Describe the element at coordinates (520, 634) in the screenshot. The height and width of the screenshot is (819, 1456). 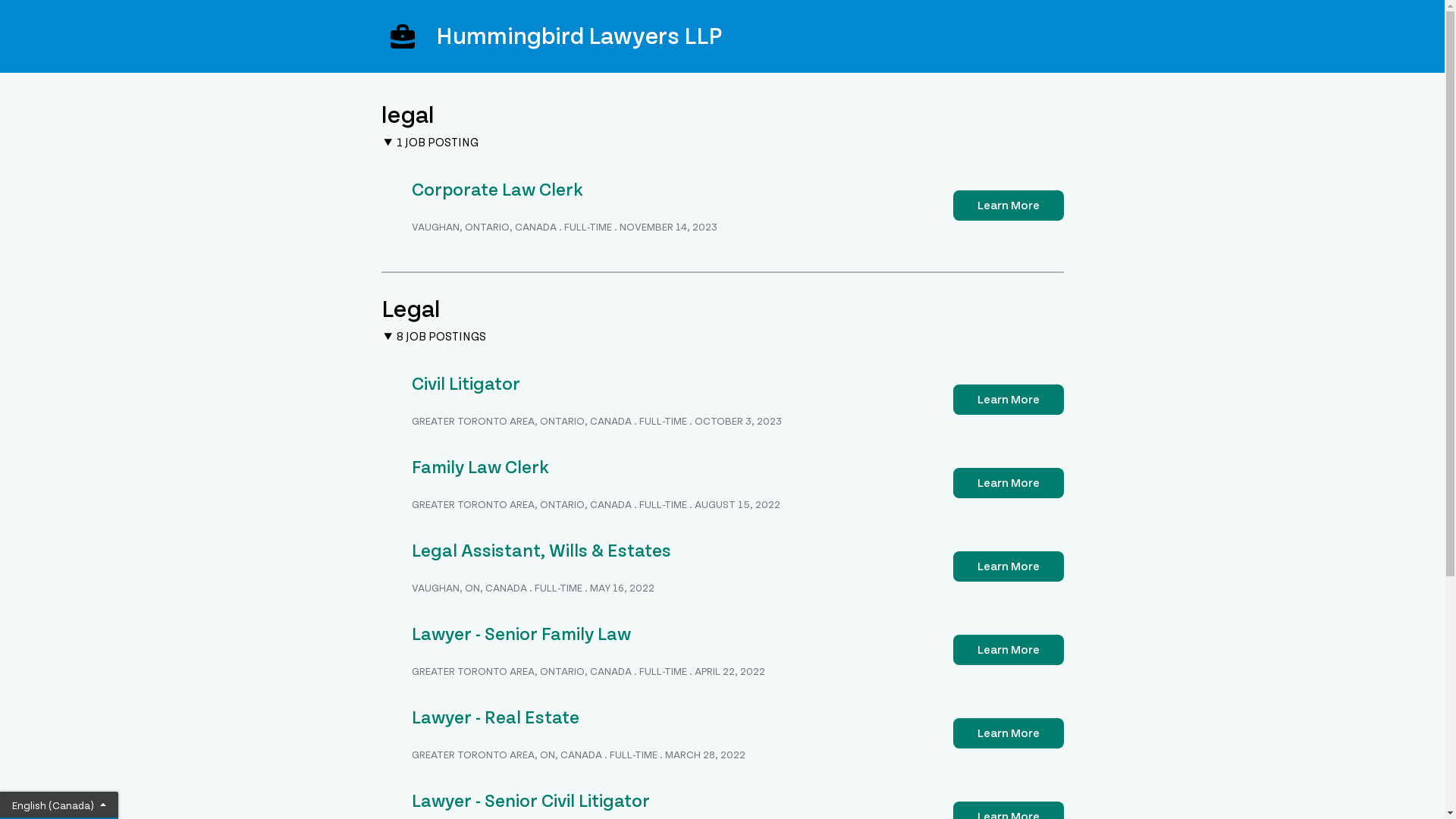
I see `'Lawyer - Senior Family Law'` at that location.